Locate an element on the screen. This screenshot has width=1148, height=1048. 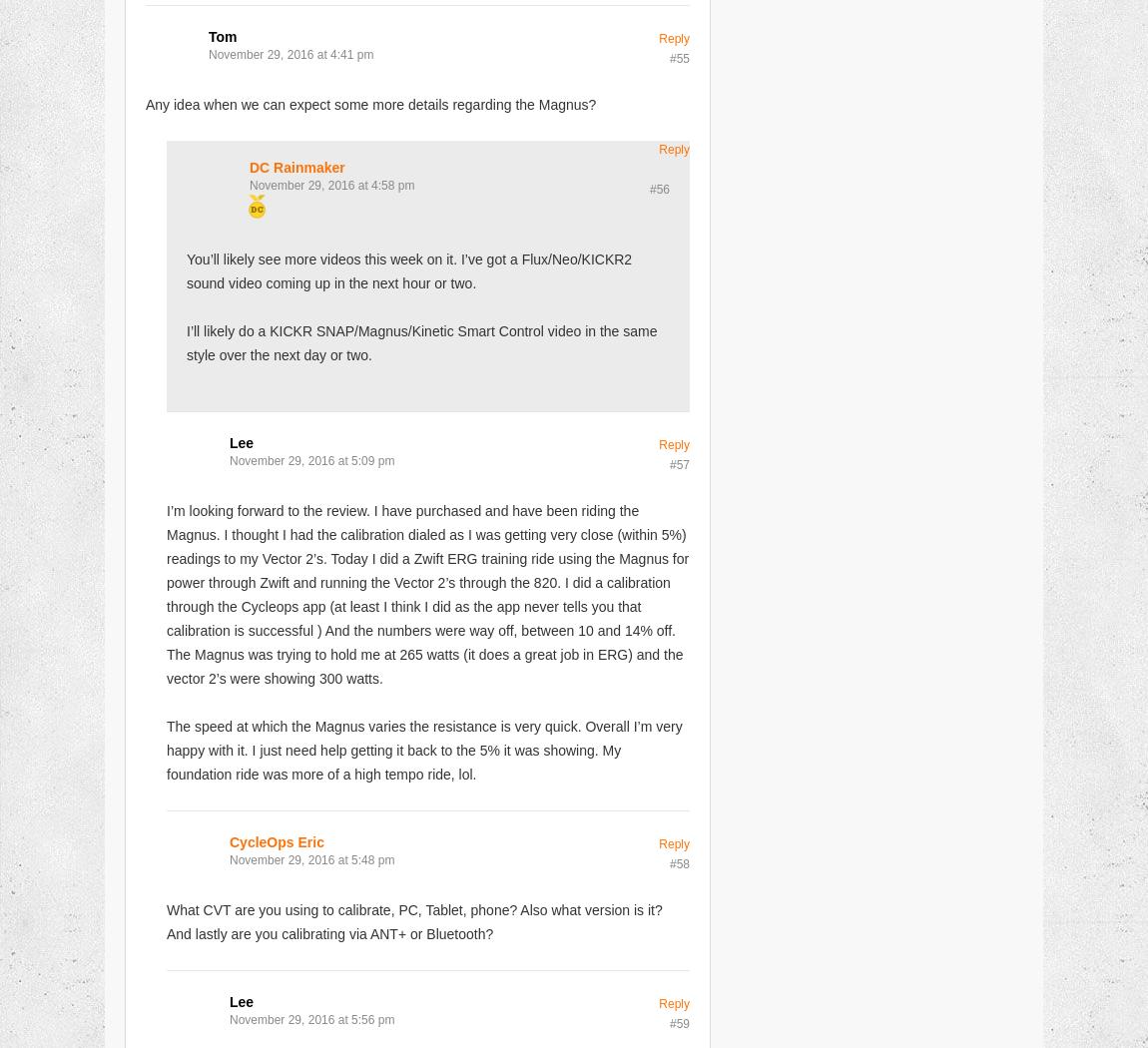
'#56' is located at coordinates (658, 188).